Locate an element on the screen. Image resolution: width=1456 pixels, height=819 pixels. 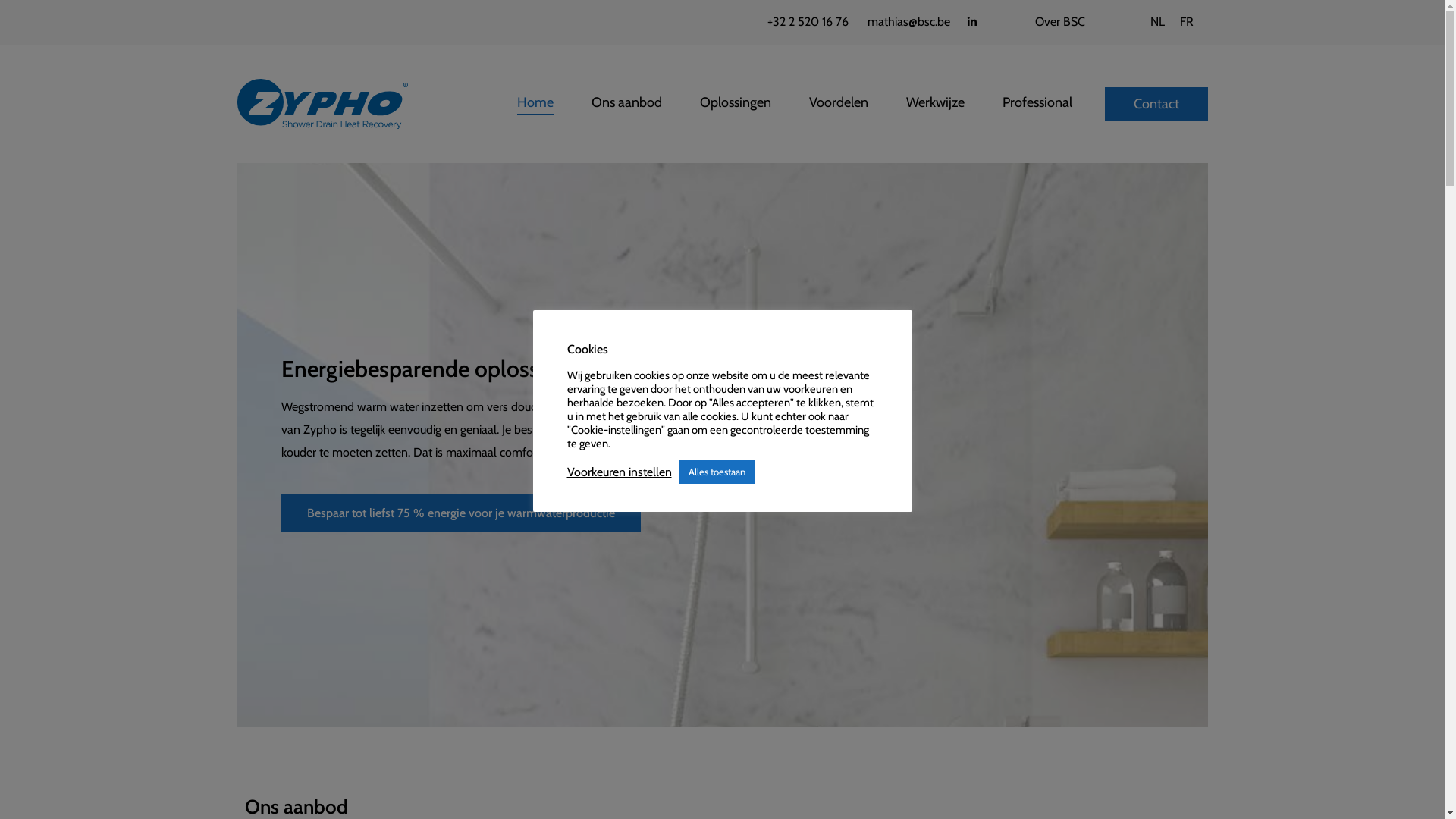
'NL' is located at coordinates (1156, 22).